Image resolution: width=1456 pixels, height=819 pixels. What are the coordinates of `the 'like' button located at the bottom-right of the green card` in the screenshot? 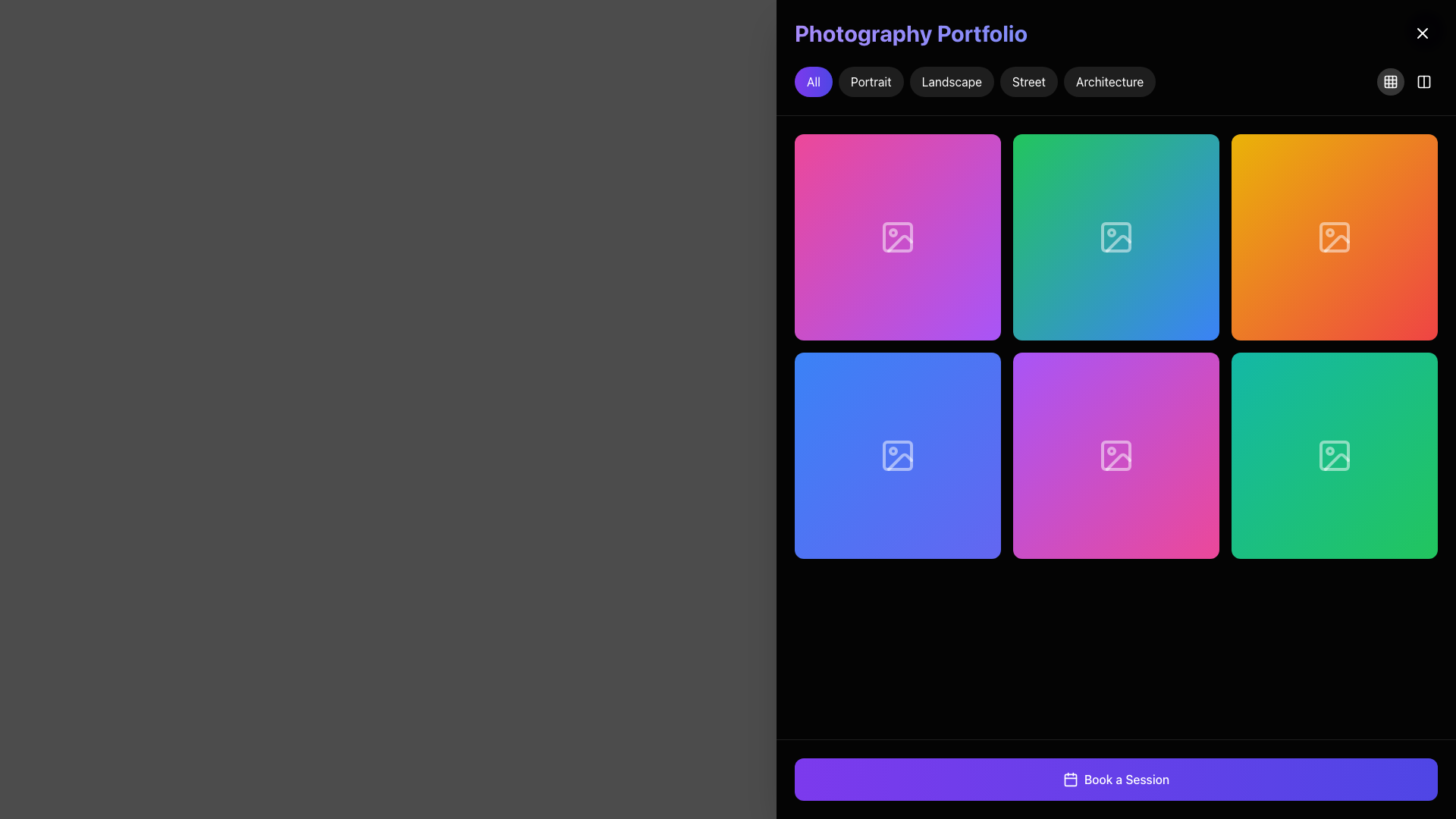 It's located at (1298, 455).